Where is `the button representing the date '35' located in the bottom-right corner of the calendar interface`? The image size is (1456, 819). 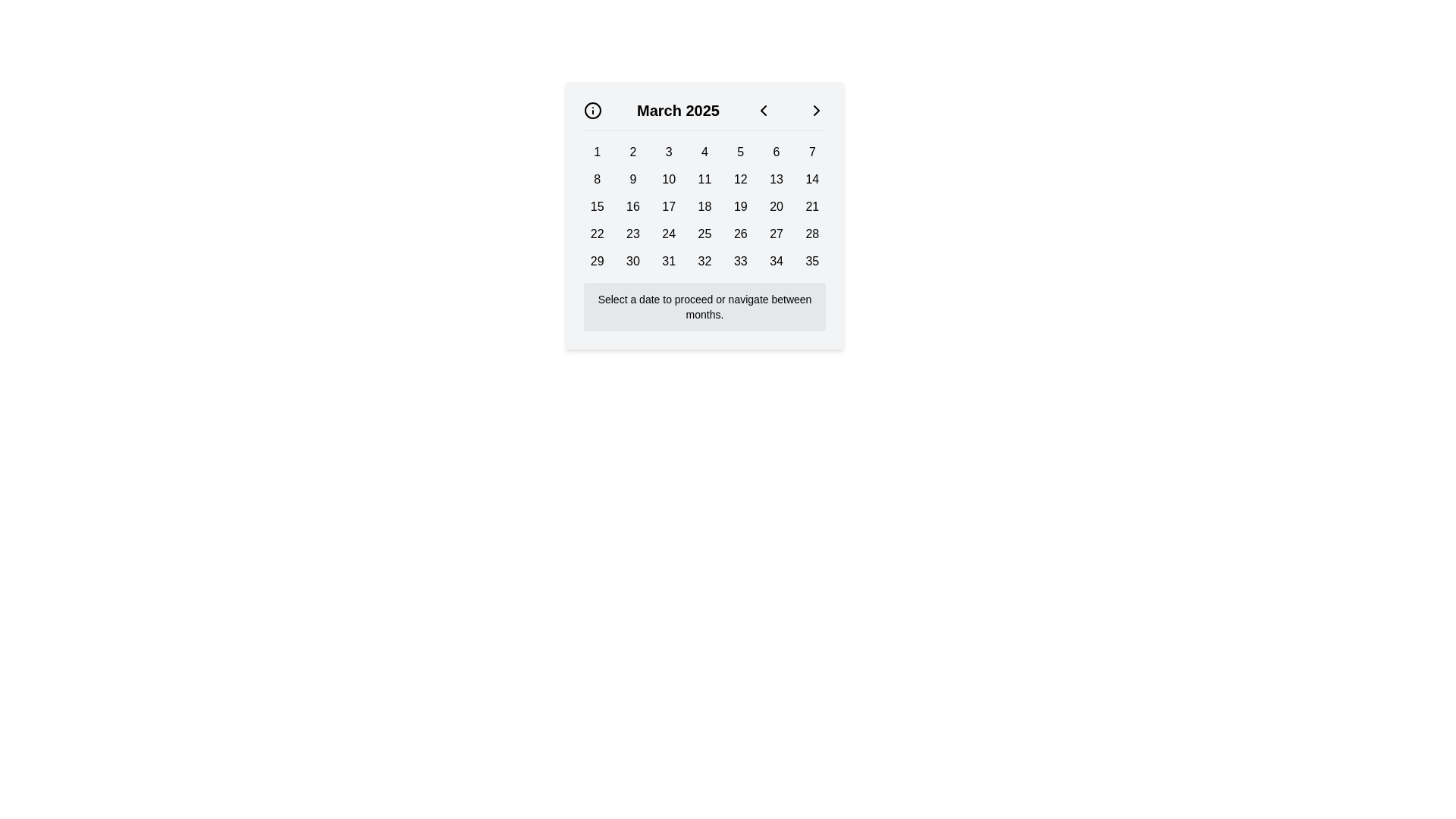 the button representing the date '35' located in the bottom-right corner of the calendar interface is located at coordinates (811, 260).